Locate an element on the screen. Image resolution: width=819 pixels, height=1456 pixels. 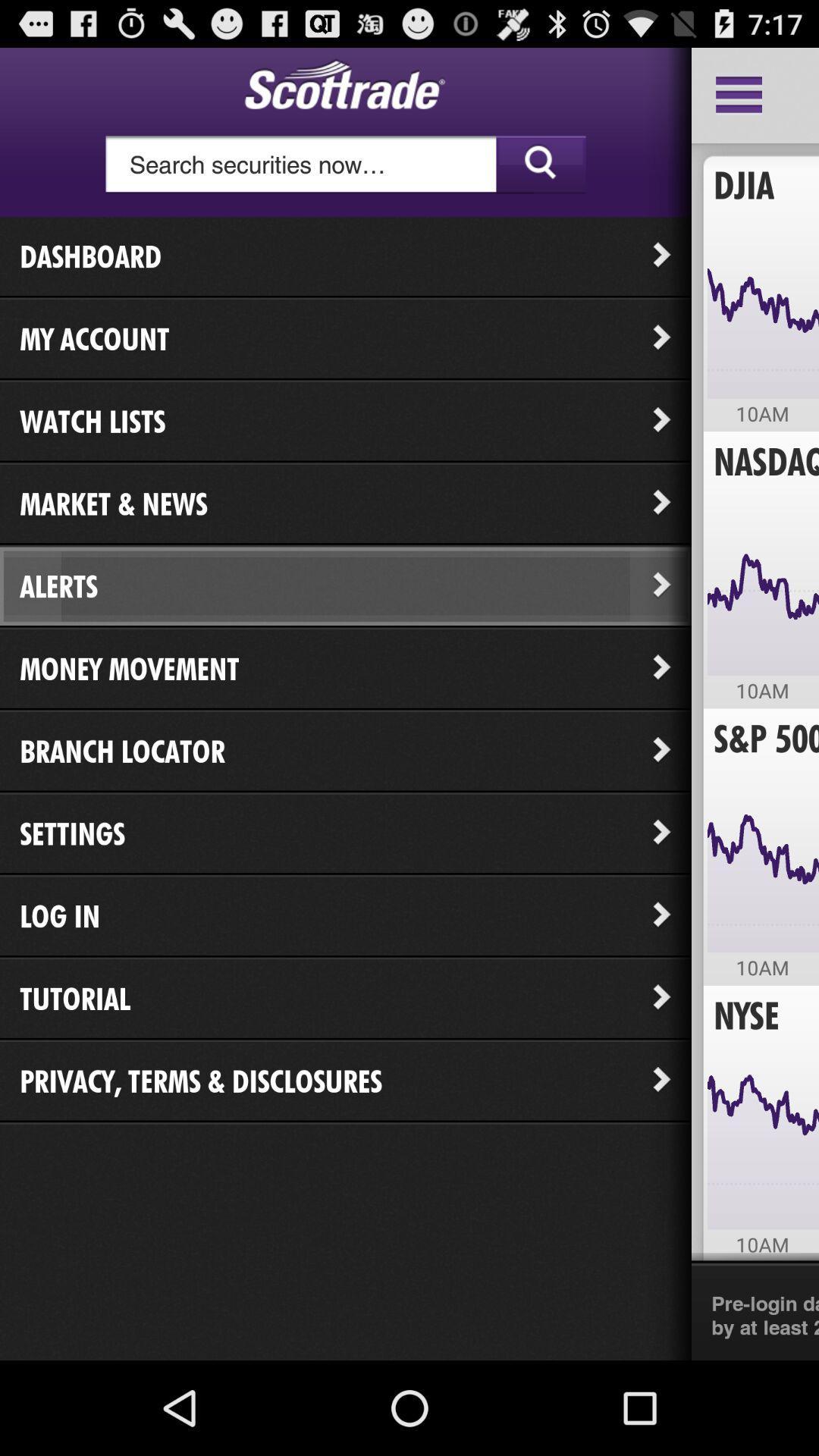
tap to search is located at coordinates (345, 165).